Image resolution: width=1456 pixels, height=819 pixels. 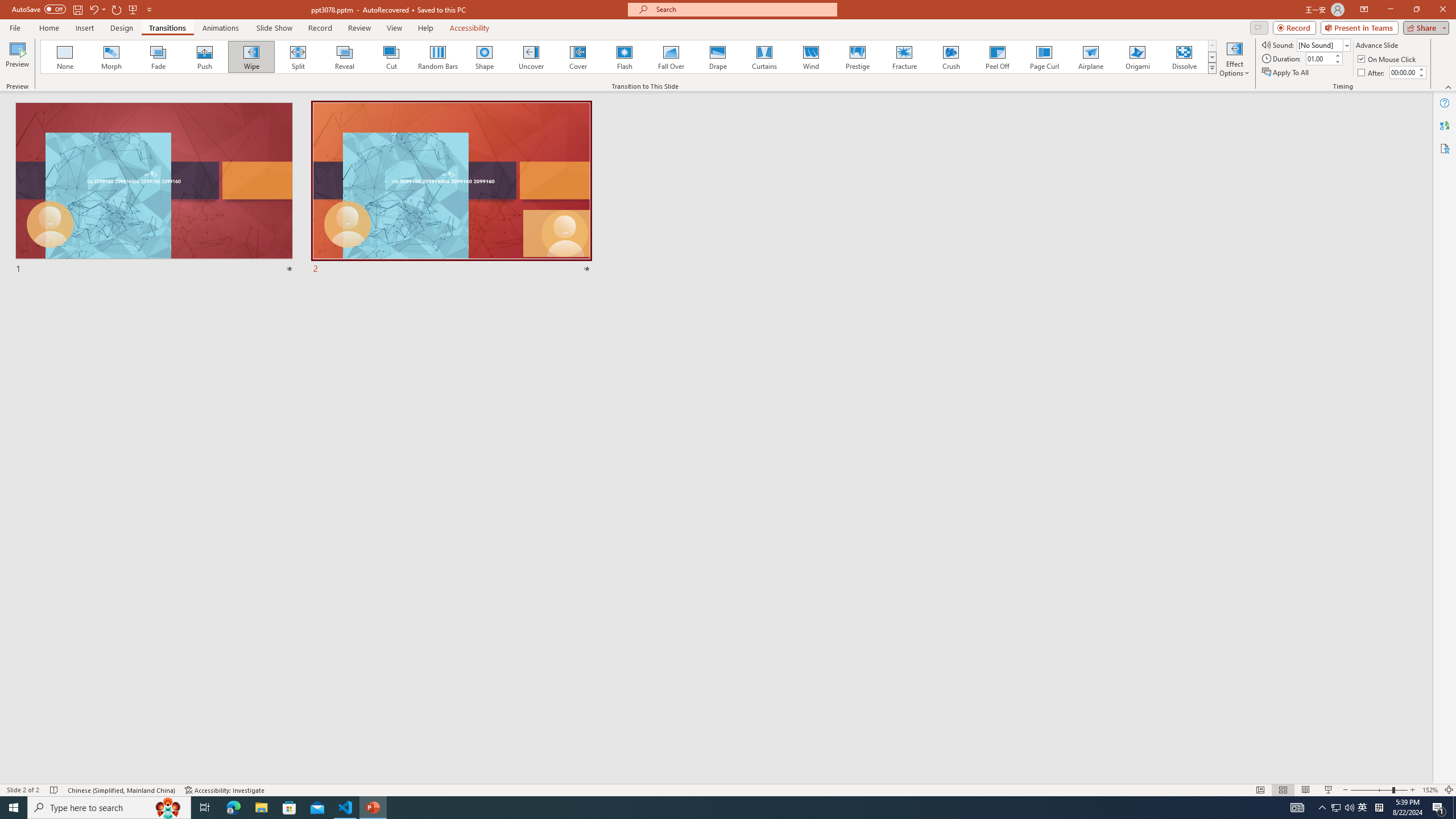 I want to click on 'Crush', so click(x=950, y=56).